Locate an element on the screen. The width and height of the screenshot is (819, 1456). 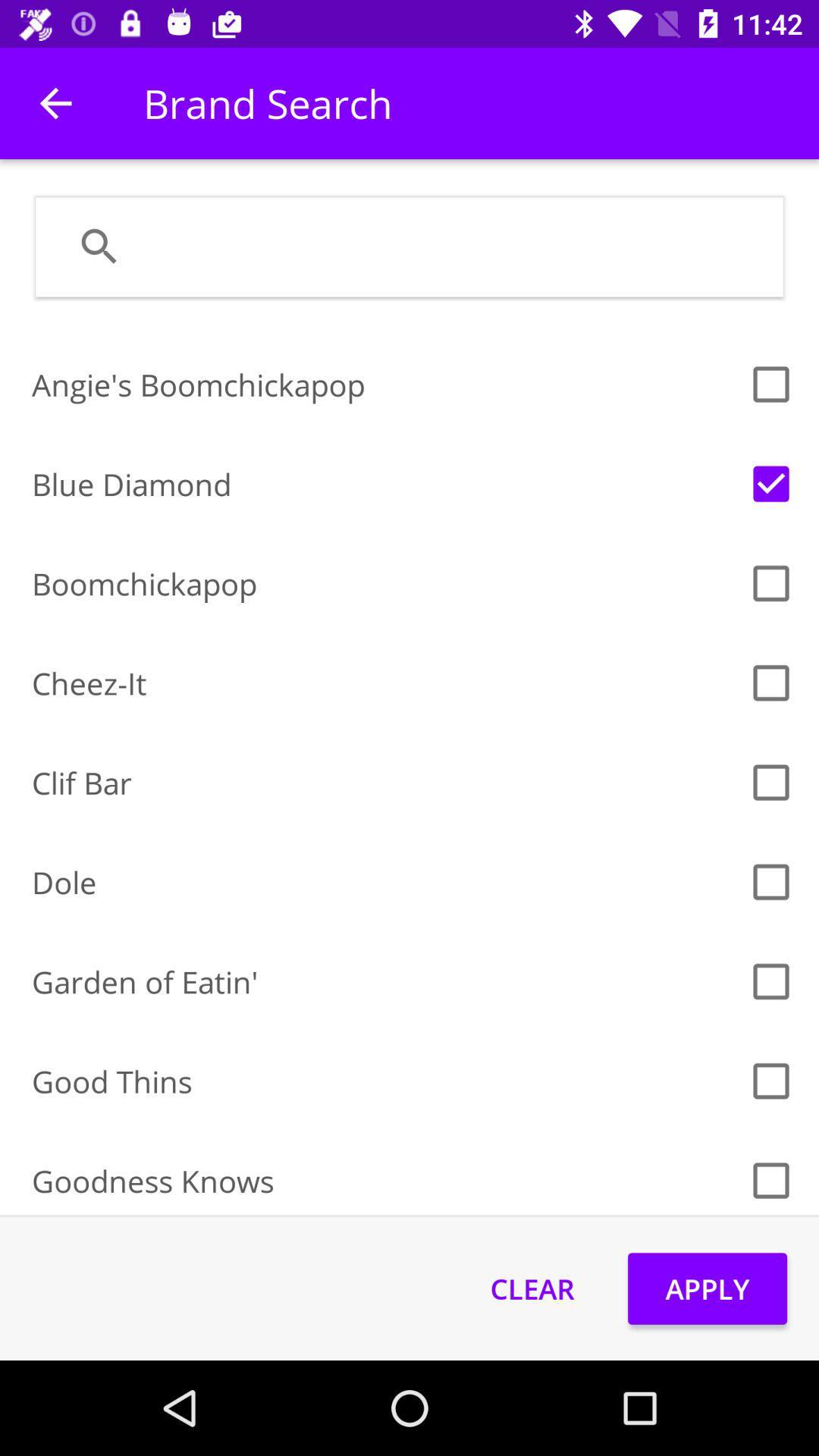
the item below brand search is located at coordinates (448, 246).